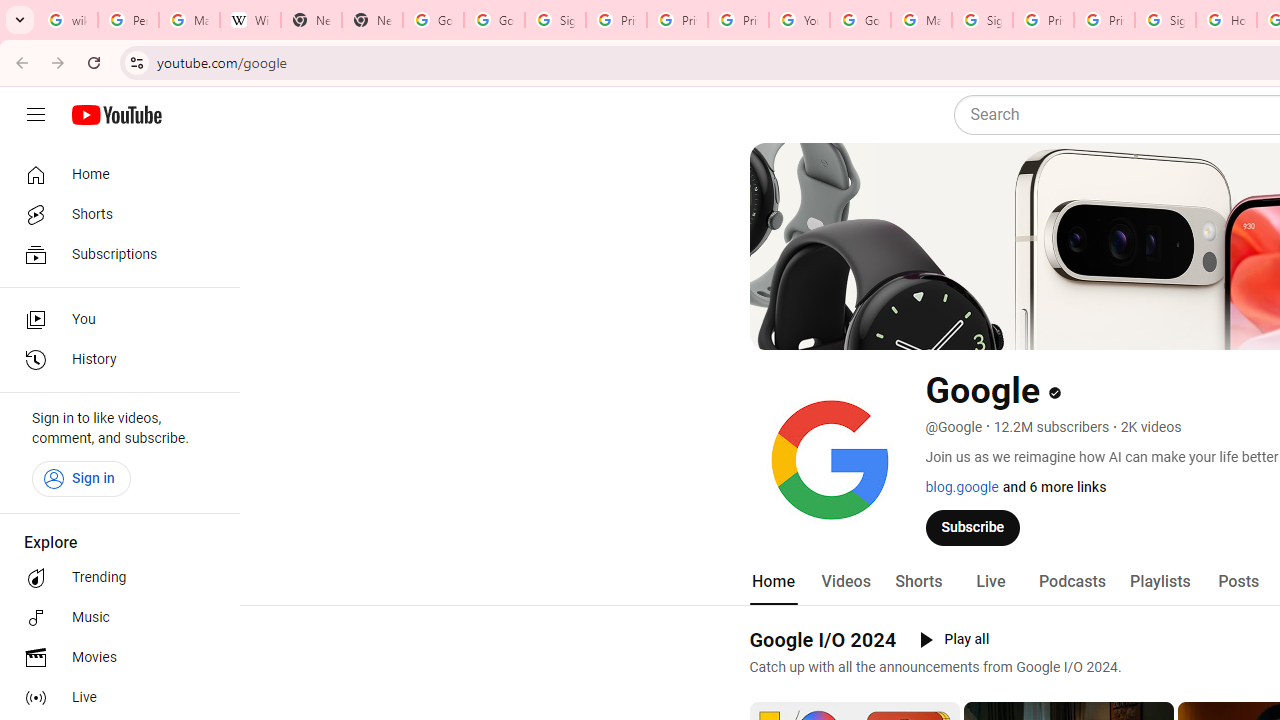 The height and width of the screenshot is (720, 1280). Describe the element at coordinates (953, 640) in the screenshot. I see `'Play all'` at that location.